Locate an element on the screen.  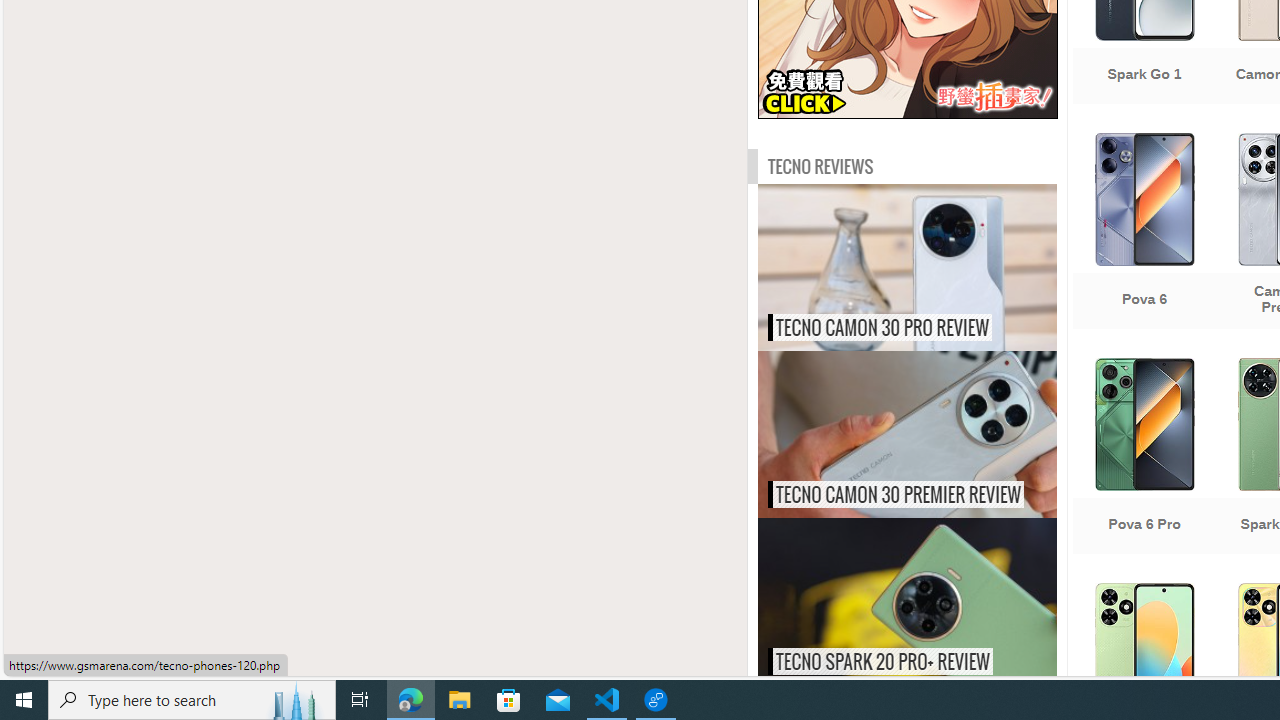
'Pova 6' is located at coordinates (1144, 232).